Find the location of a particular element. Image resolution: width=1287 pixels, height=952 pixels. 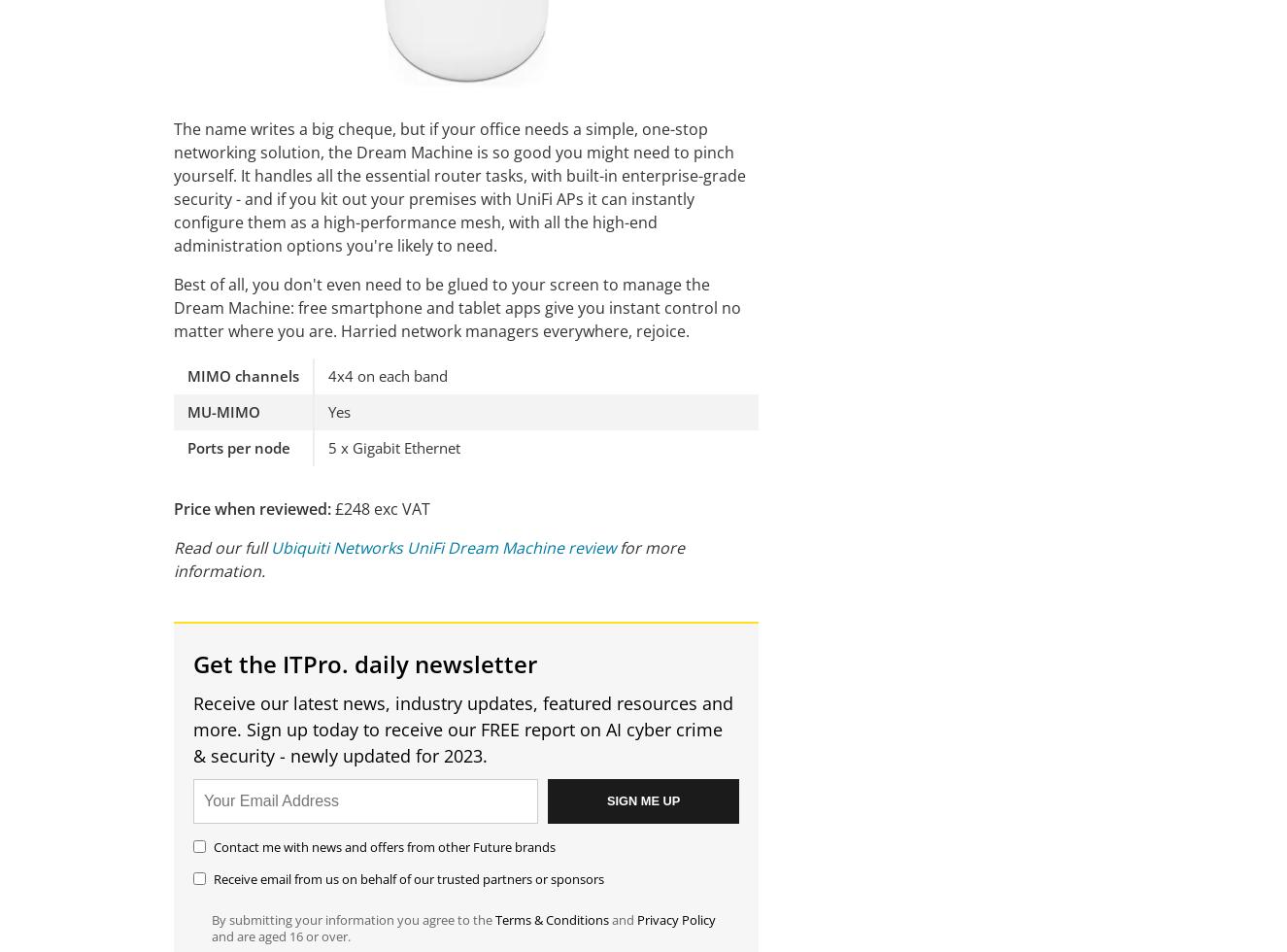

'Best of all, you don't even need to be glued to your screen to manage the Dream Machine: free smartphone and tablet apps give you instant control no matter where you are. Harried network managers everywhere, rejoice.' is located at coordinates (173, 308).